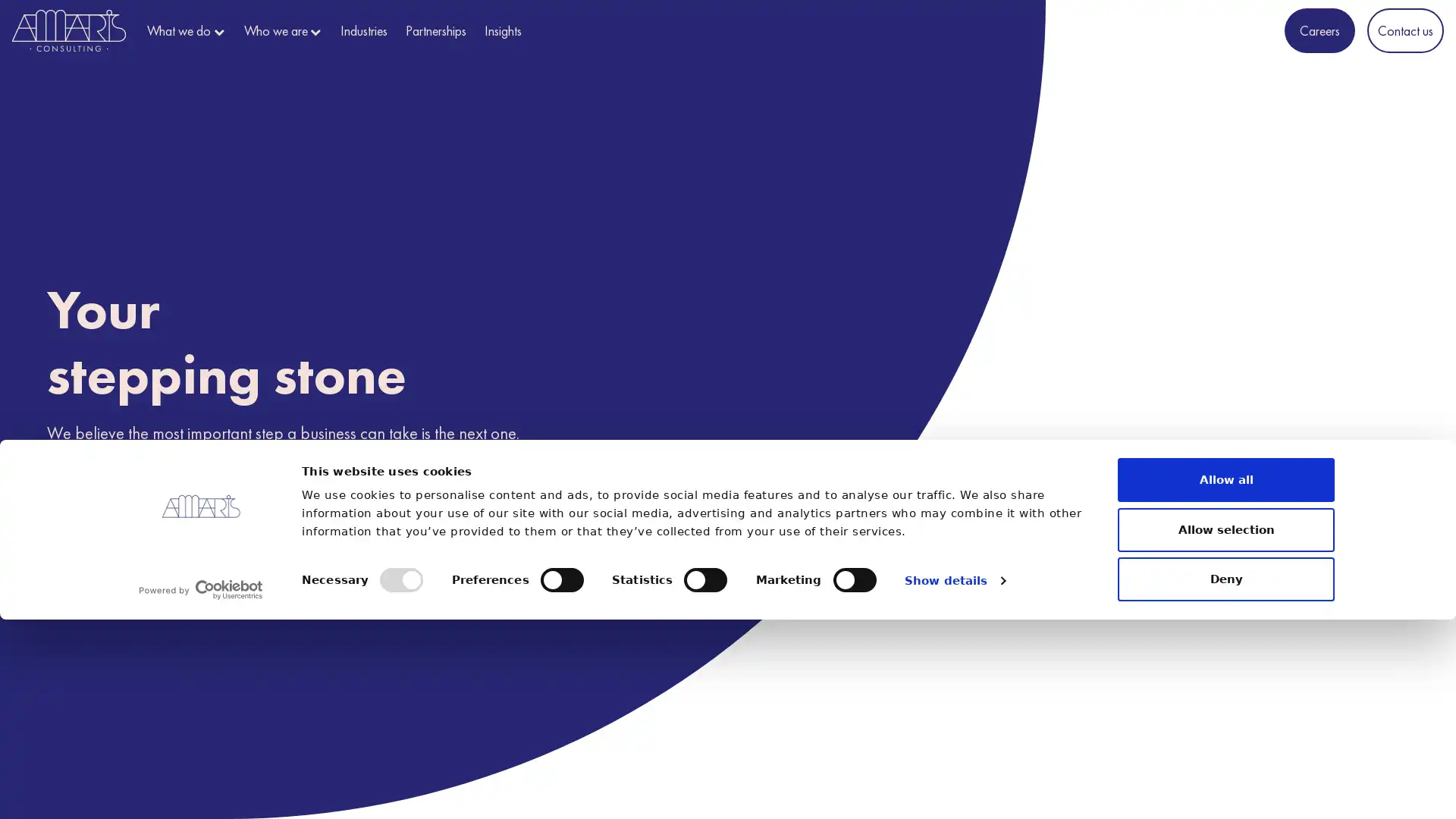  What do you see at coordinates (111, 512) in the screenshot?
I see `Discover us` at bounding box center [111, 512].